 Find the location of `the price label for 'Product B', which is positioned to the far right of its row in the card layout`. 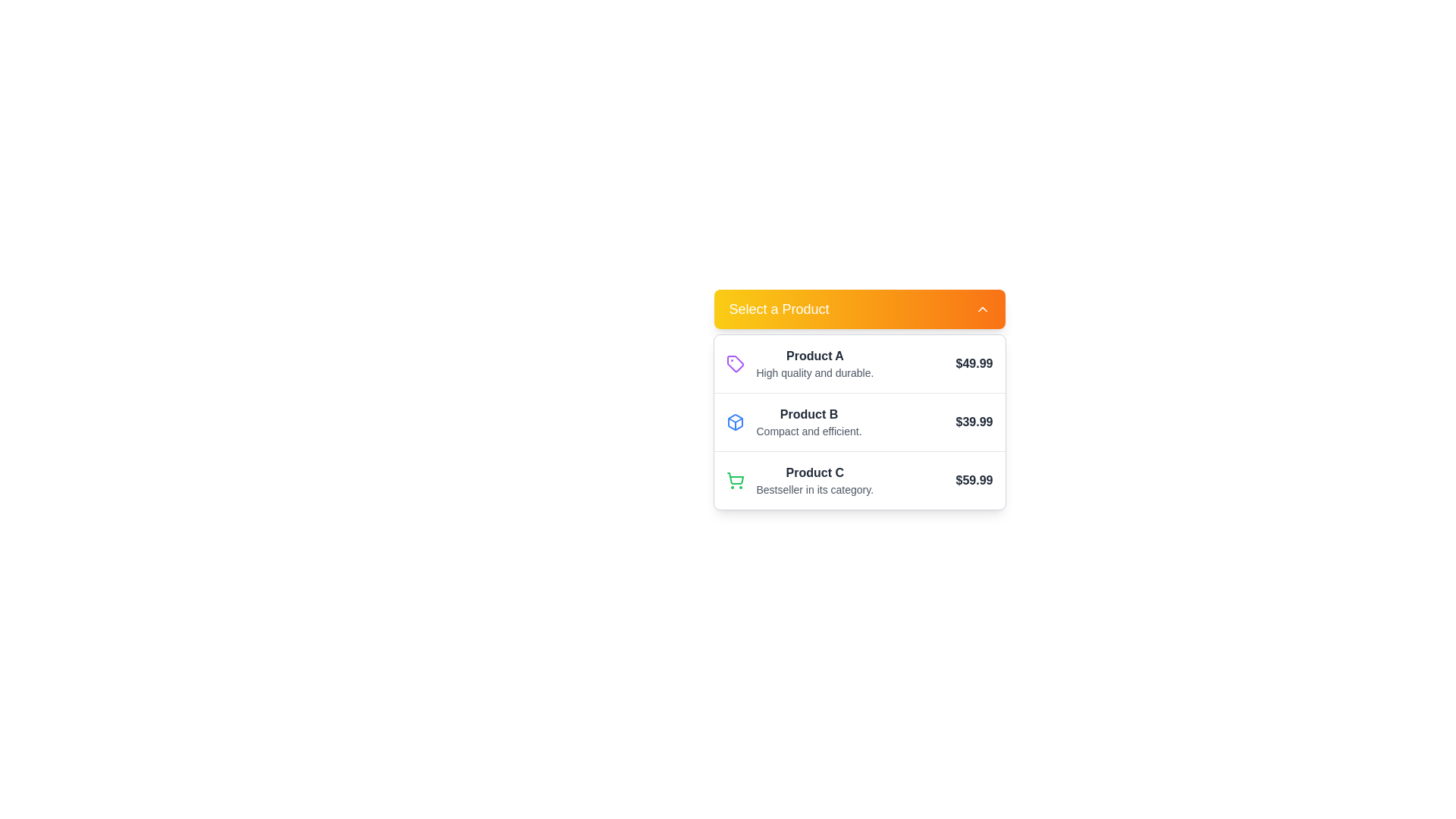

the price label for 'Product B', which is positioned to the far right of its row in the card layout is located at coordinates (974, 422).